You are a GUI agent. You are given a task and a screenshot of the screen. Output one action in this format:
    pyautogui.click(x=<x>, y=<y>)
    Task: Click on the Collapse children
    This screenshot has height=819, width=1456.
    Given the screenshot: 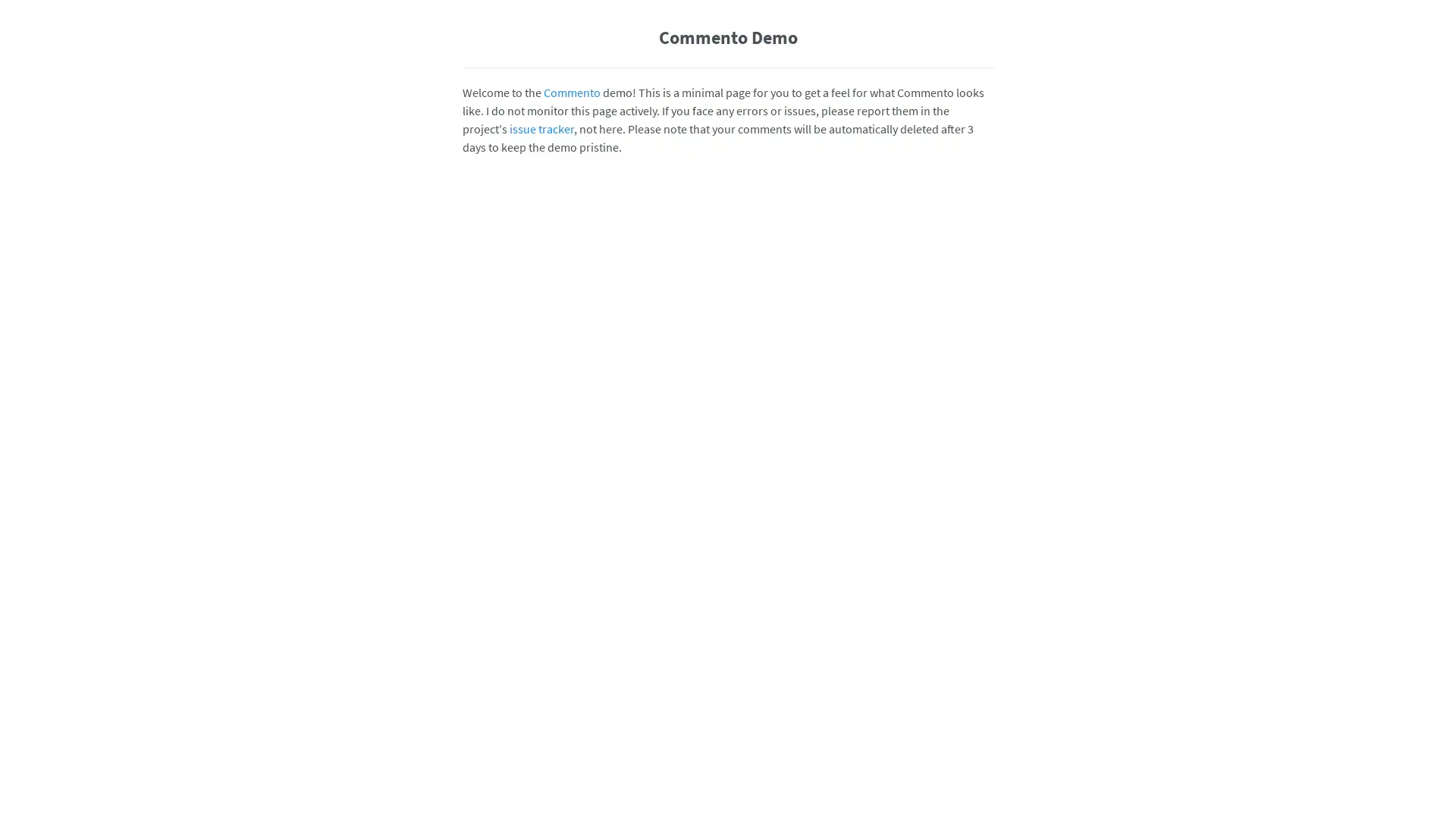 What is the action you would take?
    pyautogui.click(x=983, y=701)
    